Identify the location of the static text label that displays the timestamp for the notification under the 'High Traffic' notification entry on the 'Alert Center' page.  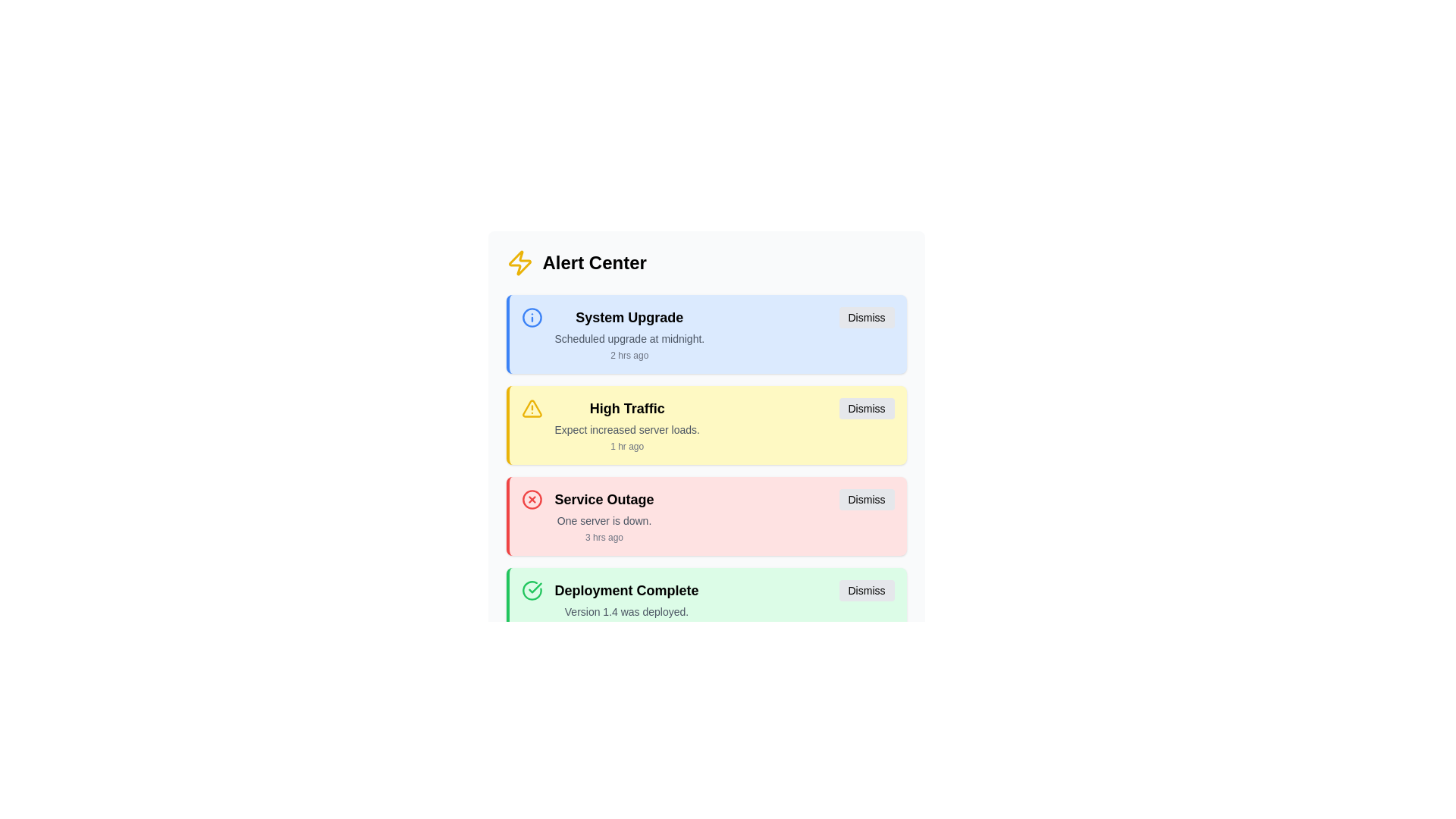
(627, 446).